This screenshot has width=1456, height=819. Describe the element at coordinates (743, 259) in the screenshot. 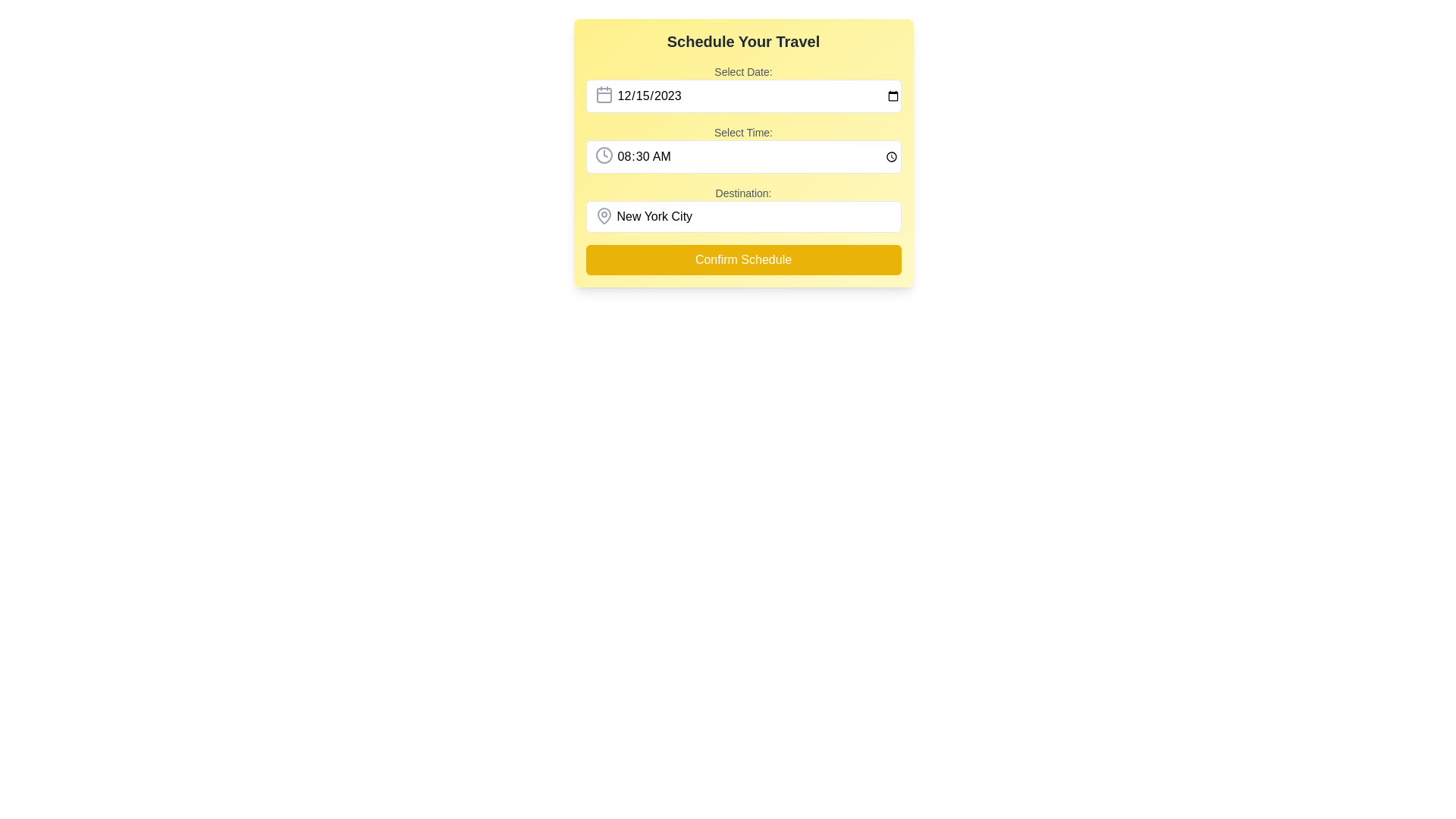

I see `the confirm schedule button located at the bottom of the scheduling form` at that location.